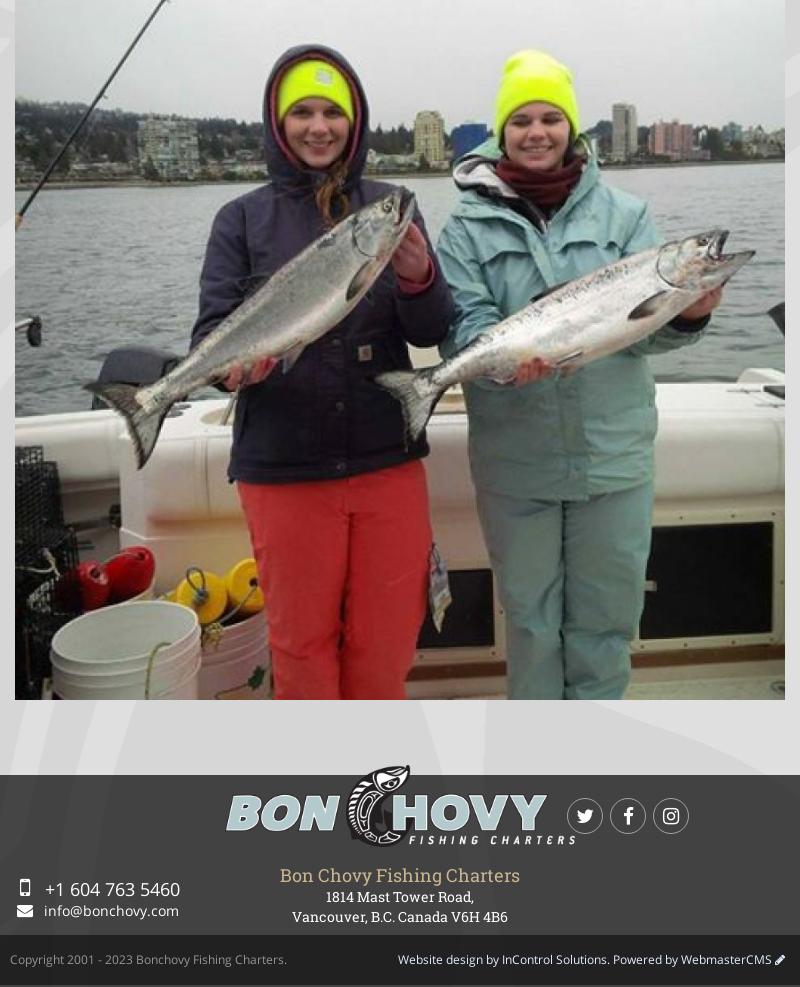 The height and width of the screenshot is (987, 800). What do you see at coordinates (400, 872) in the screenshot?
I see `'Bon Chovy Fishing Charters'` at bounding box center [400, 872].